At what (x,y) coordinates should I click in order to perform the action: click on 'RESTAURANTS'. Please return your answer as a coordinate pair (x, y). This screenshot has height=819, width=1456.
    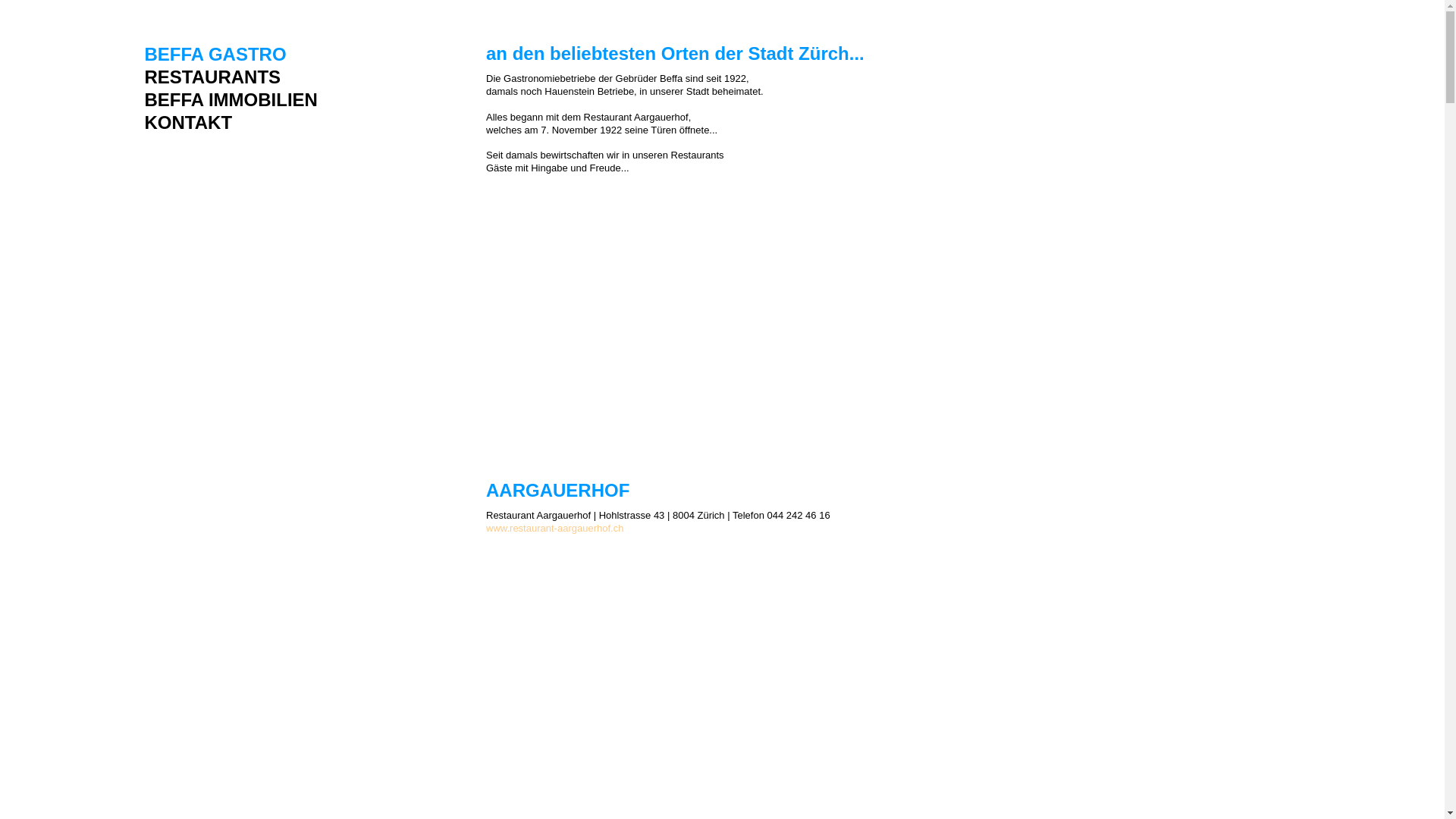
    Looking at the image, I should click on (229, 77).